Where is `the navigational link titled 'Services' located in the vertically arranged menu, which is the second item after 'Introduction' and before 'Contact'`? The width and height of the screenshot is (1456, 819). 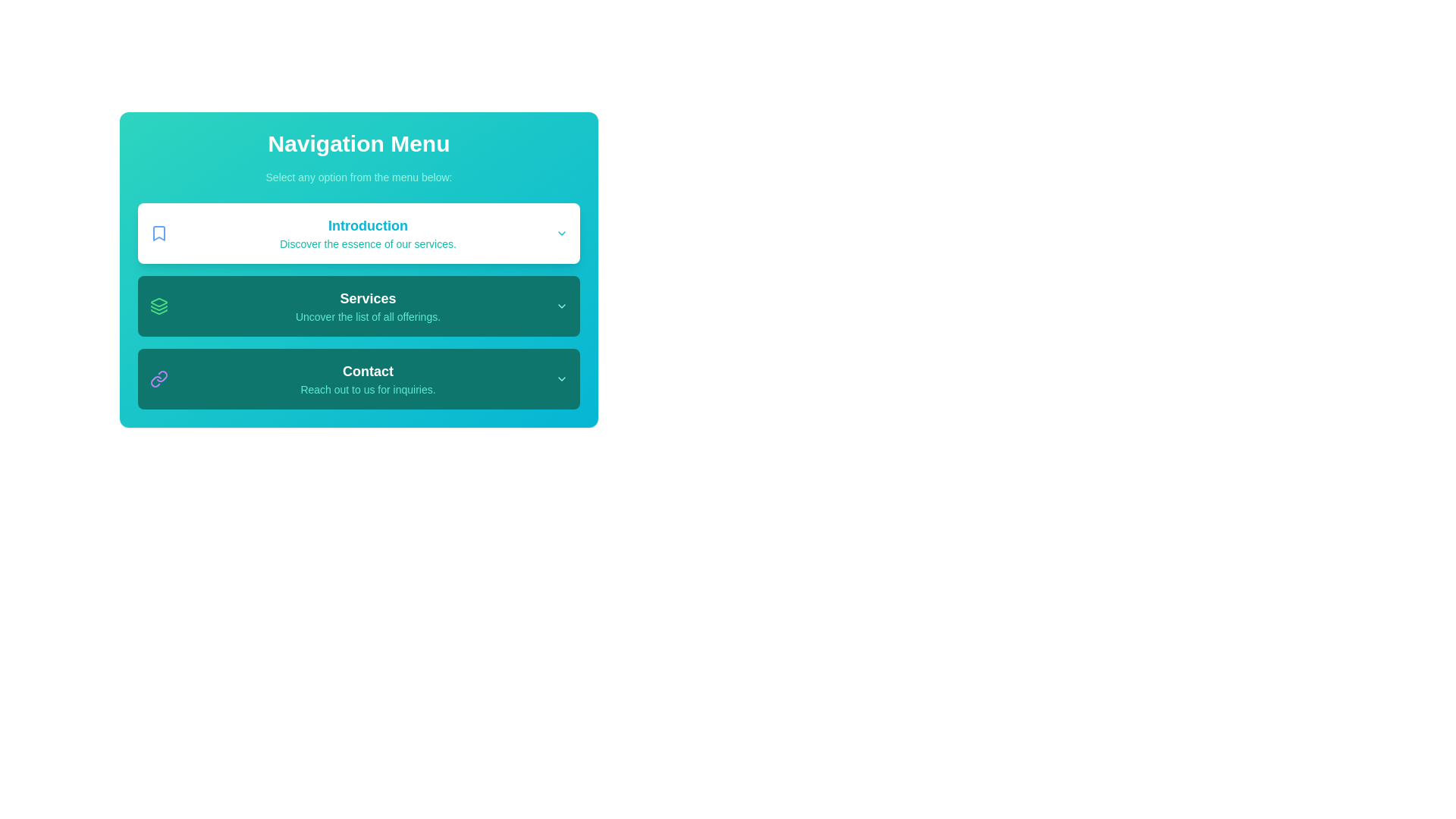
the navigational link titled 'Services' located in the vertically arranged menu, which is the second item after 'Introduction' and before 'Contact' is located at coordinates (368, 306).